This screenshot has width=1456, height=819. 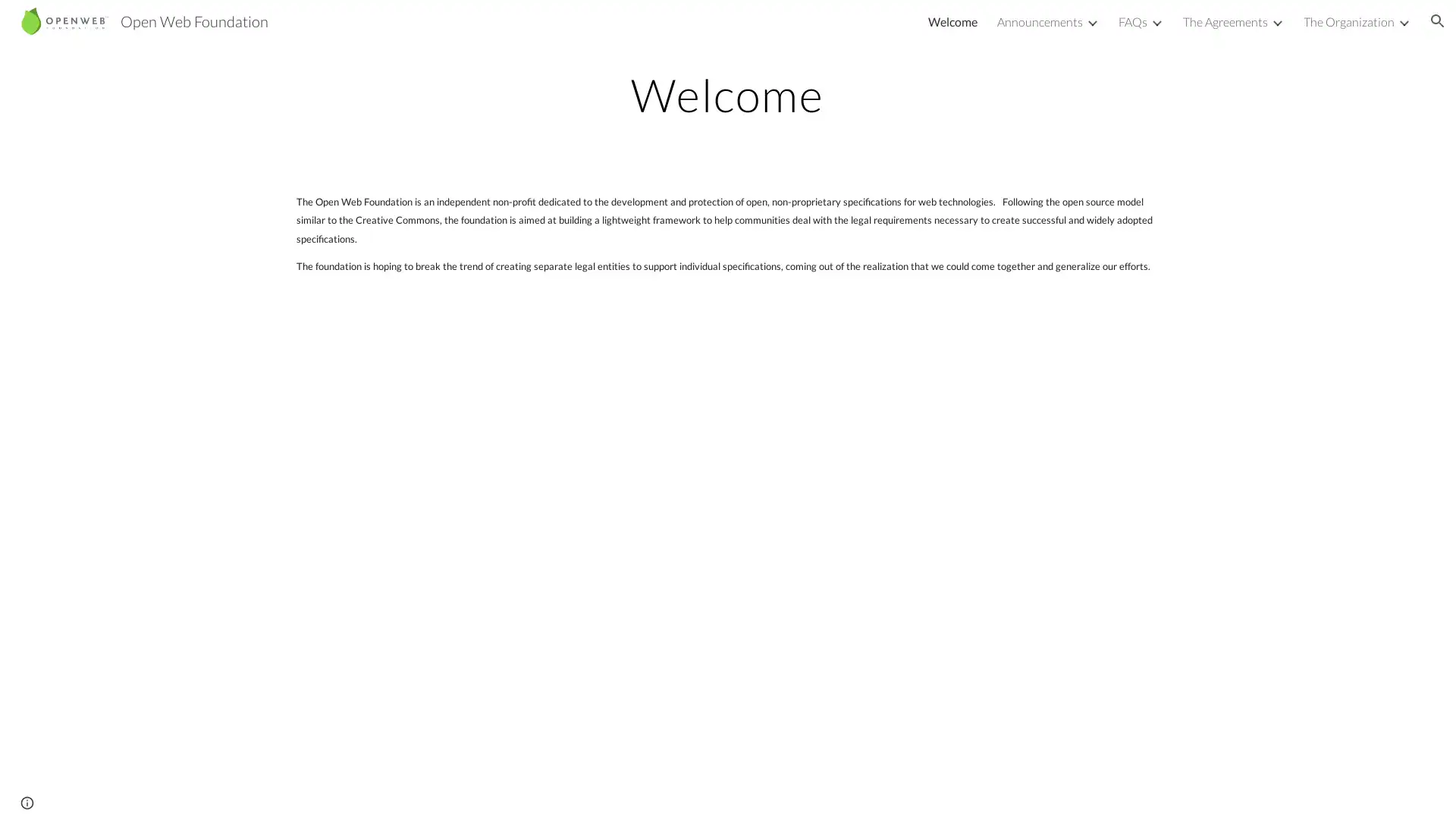 What do you see at coordinates (117, 792) in the screenshot?
I see `Google Sites` at bounding box center [117, 792].